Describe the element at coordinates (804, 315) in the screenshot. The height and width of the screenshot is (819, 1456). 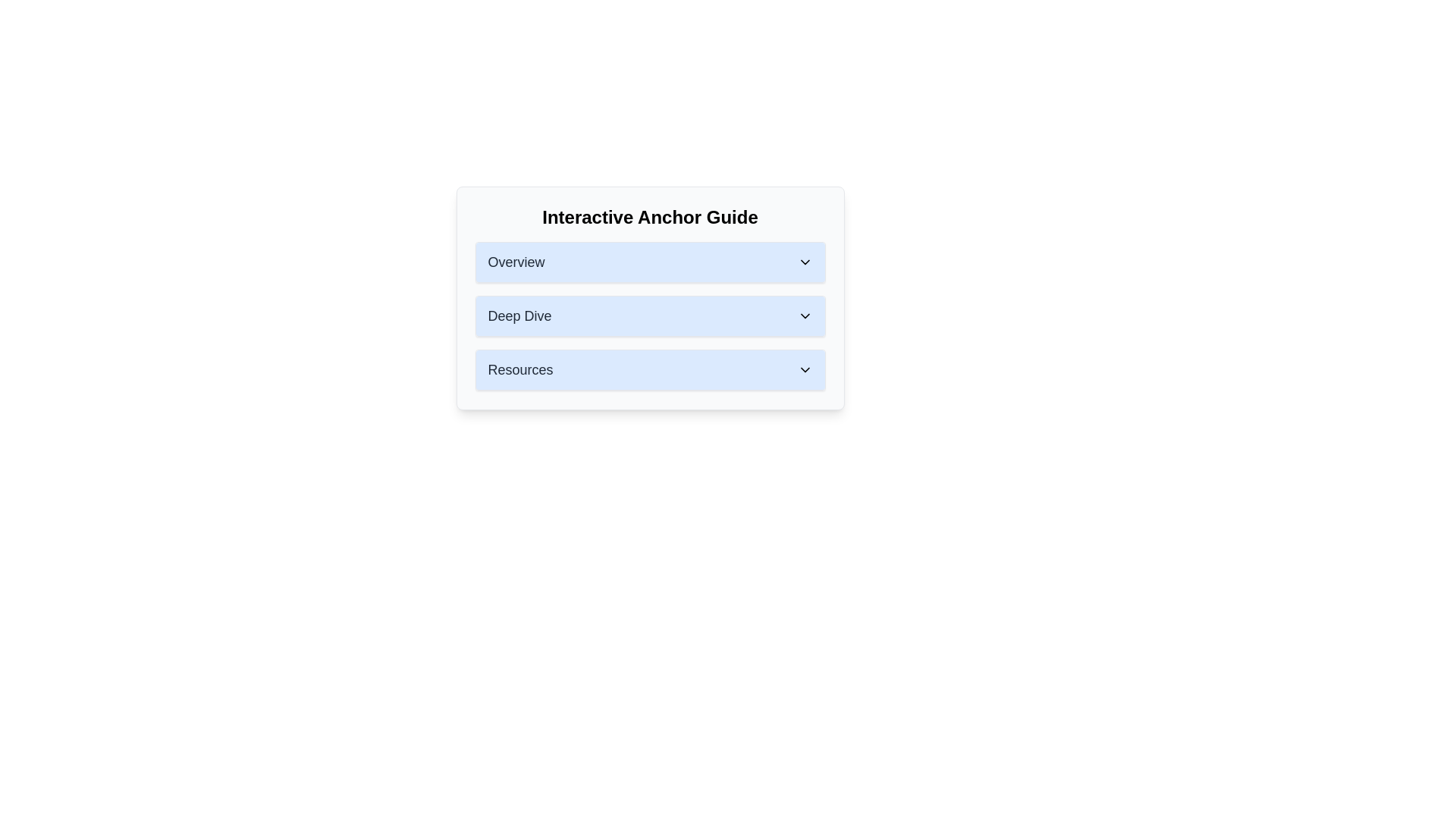
I see `the downward-pointing chevron icon located at the rightmost edge of the 'Deep Dive' button` at that location.